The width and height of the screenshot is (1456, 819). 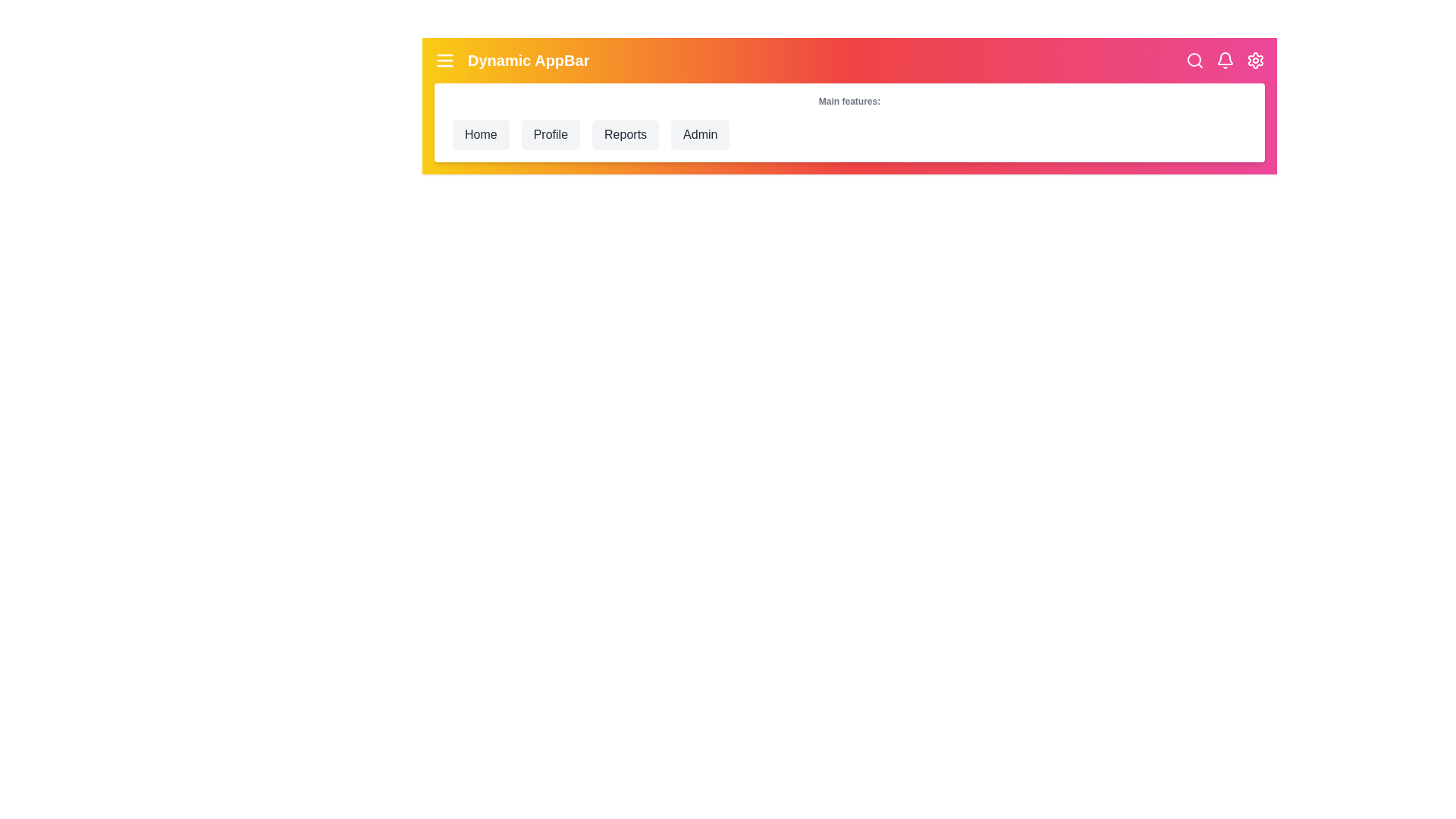 What do you see at coordinates (549, 133) in the screenshot?
I see `the Profile navigation menu item to navigate to its respective section` at bounding box center [549, 133].